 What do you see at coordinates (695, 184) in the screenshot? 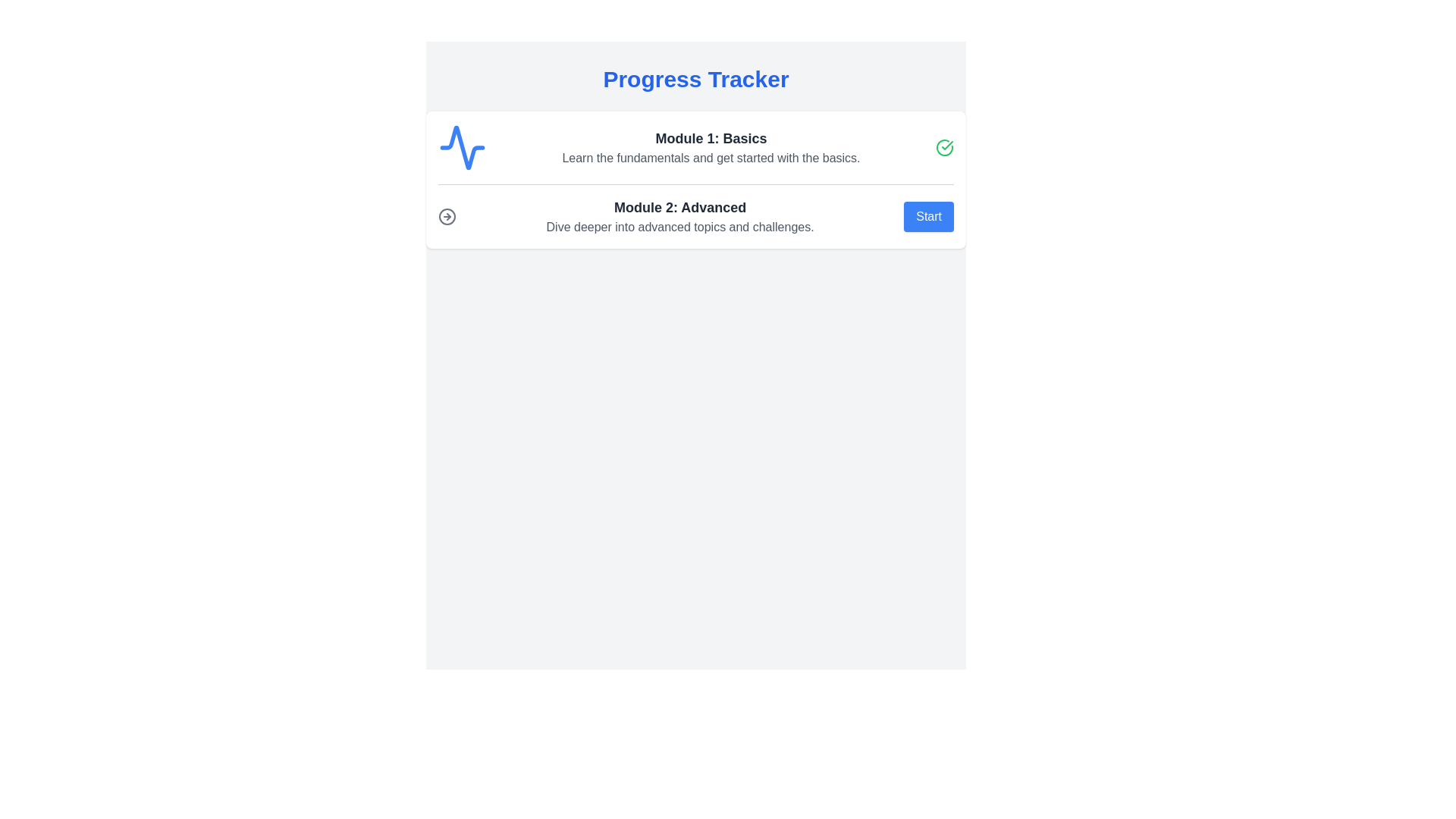
I see `the horizontal divider line that separates 'Module 1: Basics' and 'Module 2: Advanced' sections` at bounding box center [695, 184].